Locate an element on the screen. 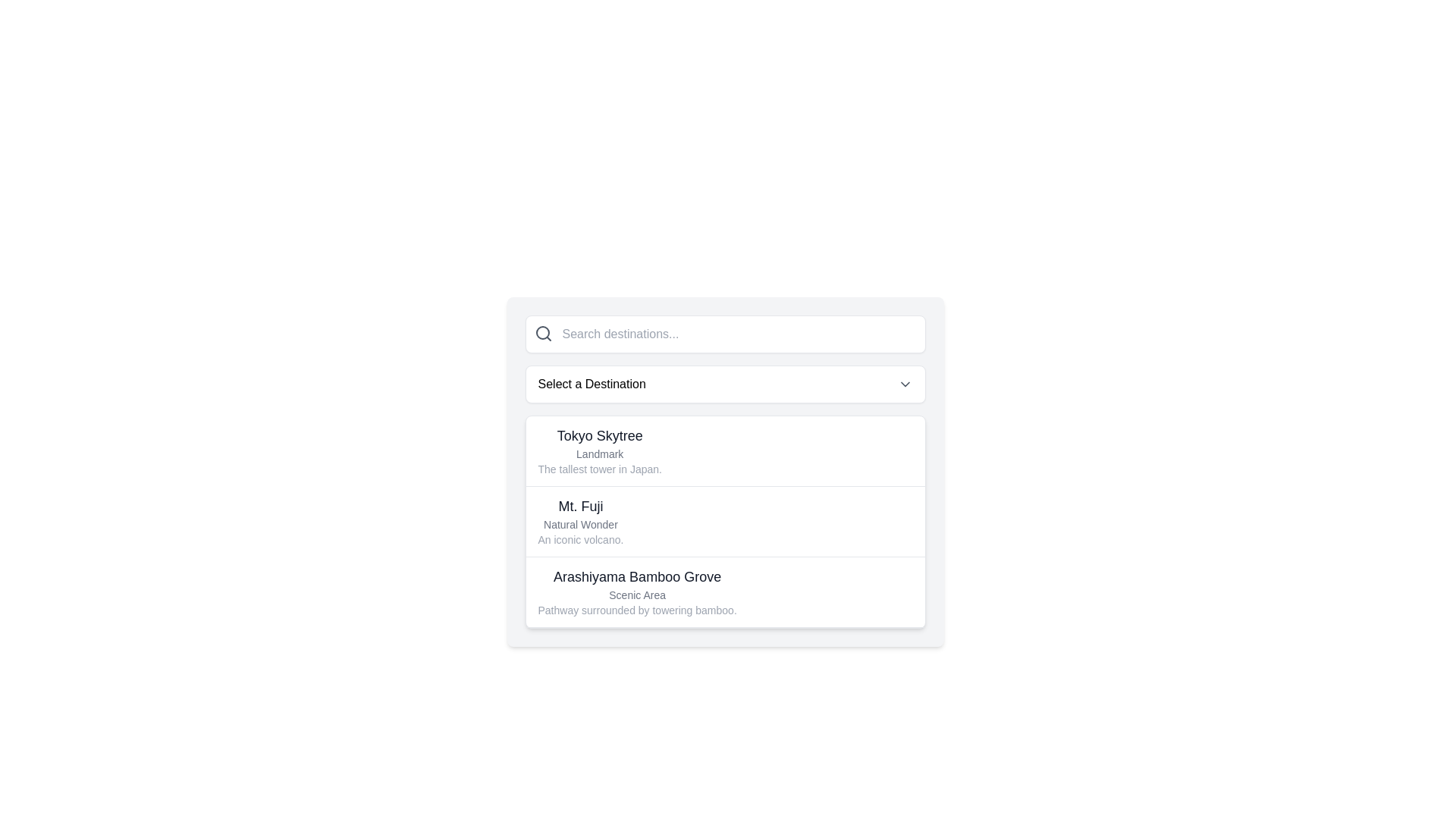 This screenshot has width=1456, height=819. the first list item labeled 'Tokyo Skytree' is located at coordinates (599, 450).